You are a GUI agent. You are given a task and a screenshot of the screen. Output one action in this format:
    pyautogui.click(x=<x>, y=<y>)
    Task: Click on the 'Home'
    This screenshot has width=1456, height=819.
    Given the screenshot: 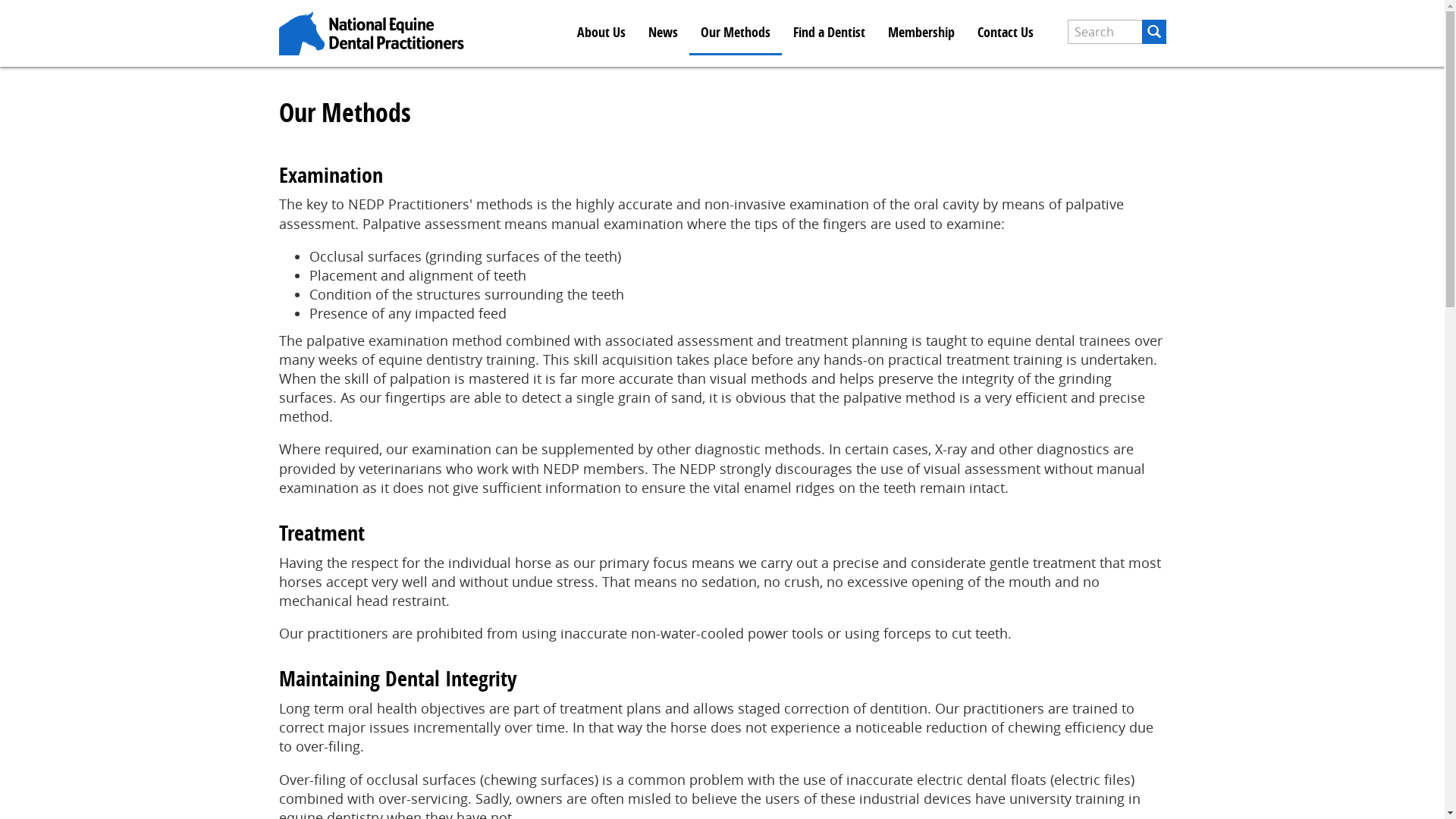 What is the action you would take?
    pyautogui.click(x=374, y=32)
    